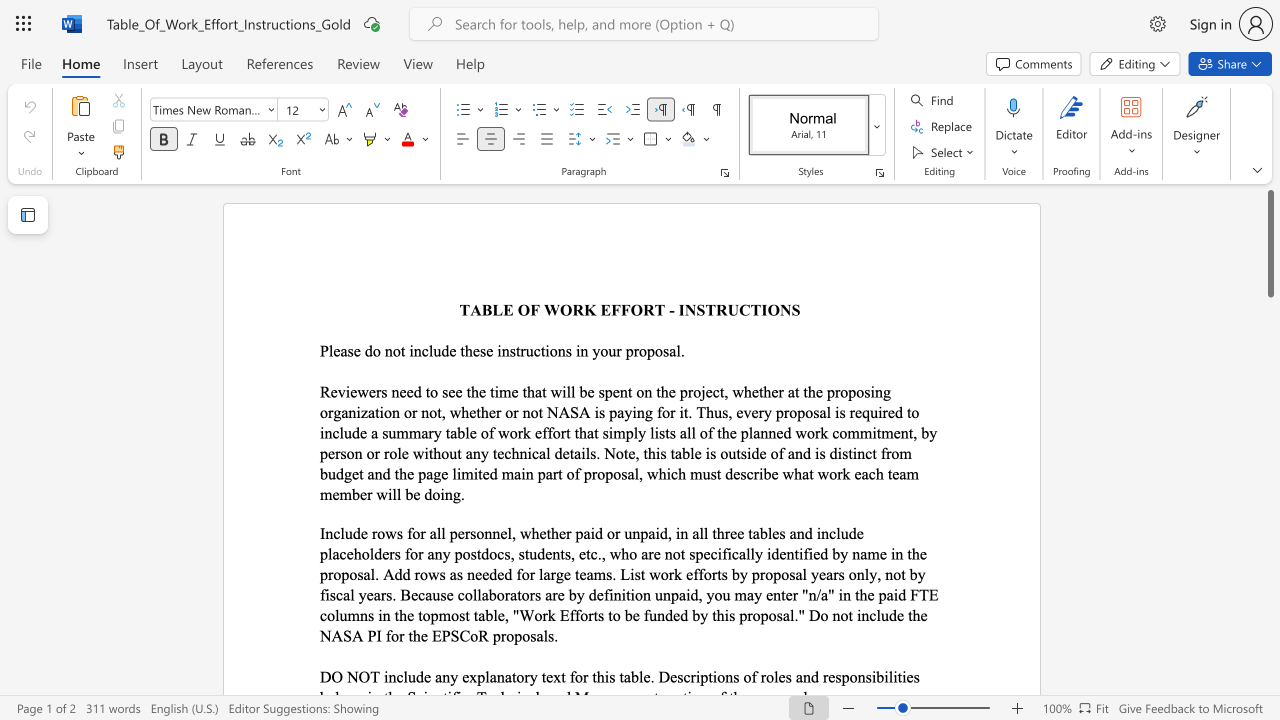  What do you see at coordinates (1269, 338) in the screenshot?
I see `the scrollbar to slide the page down` at bounding box center [1269, 338].